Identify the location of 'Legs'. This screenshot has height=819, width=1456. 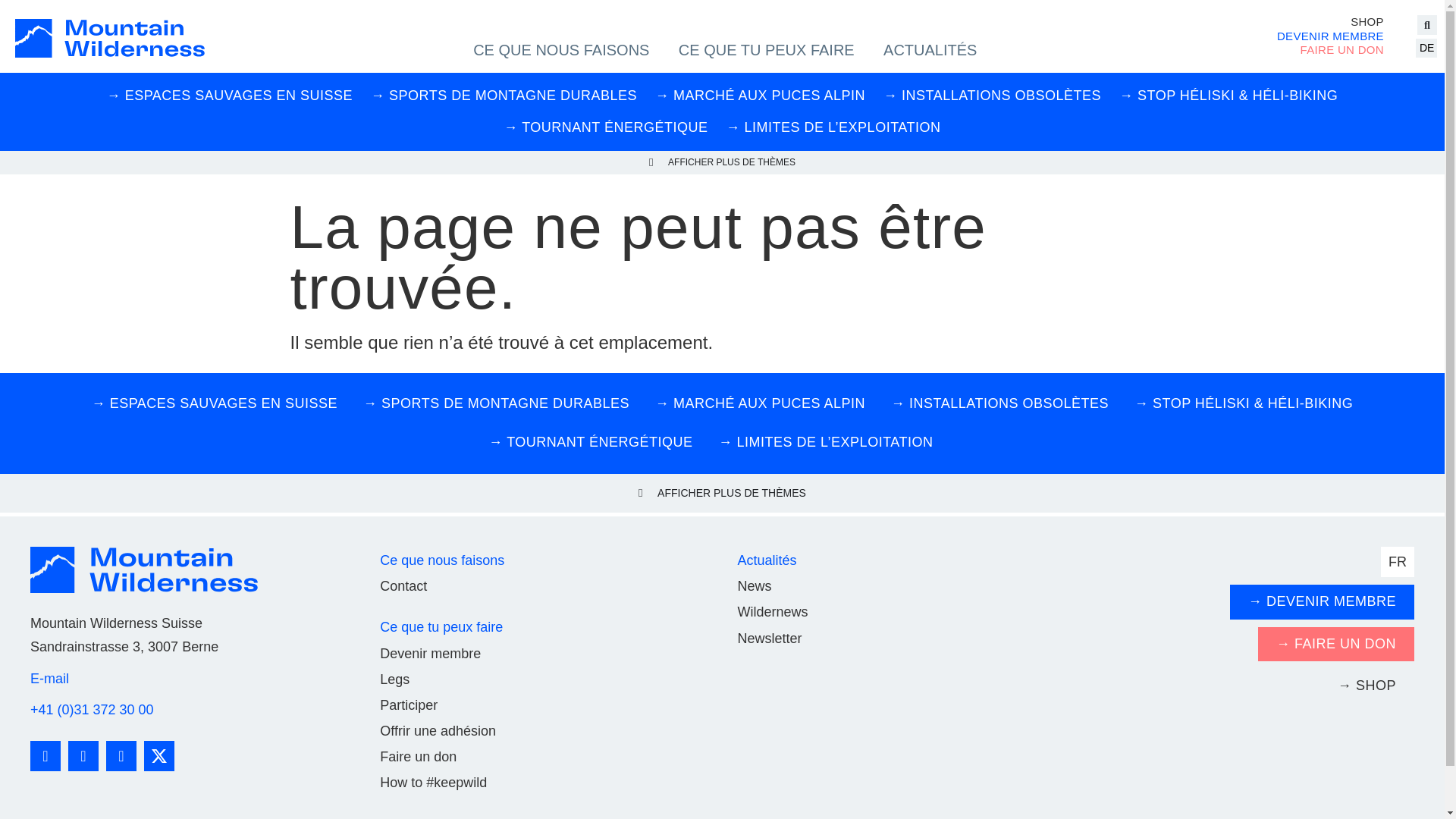
(394, 678).